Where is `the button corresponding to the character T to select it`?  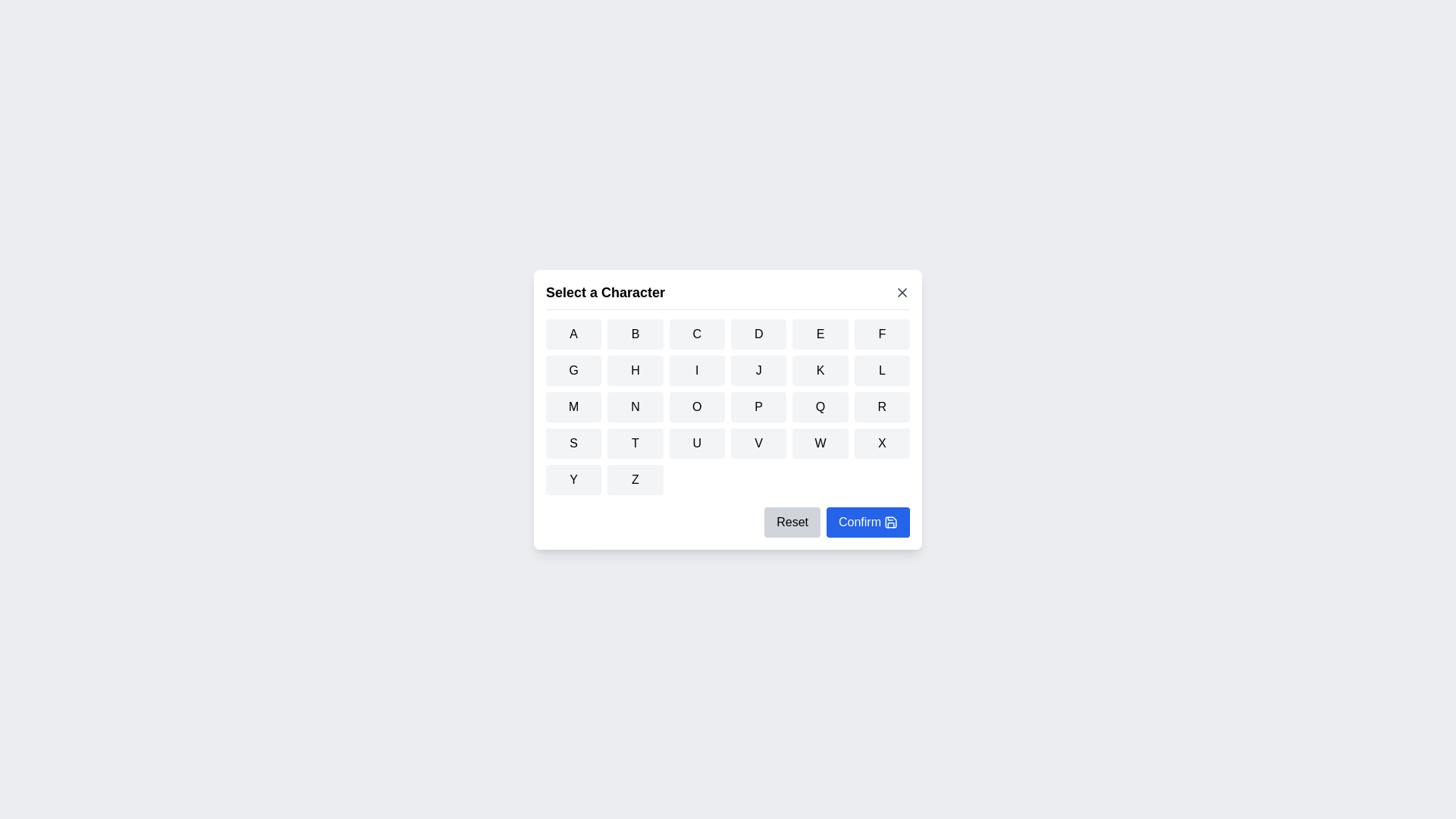 the button corresponding to the character T to select it is located at coordinates (635, 442).